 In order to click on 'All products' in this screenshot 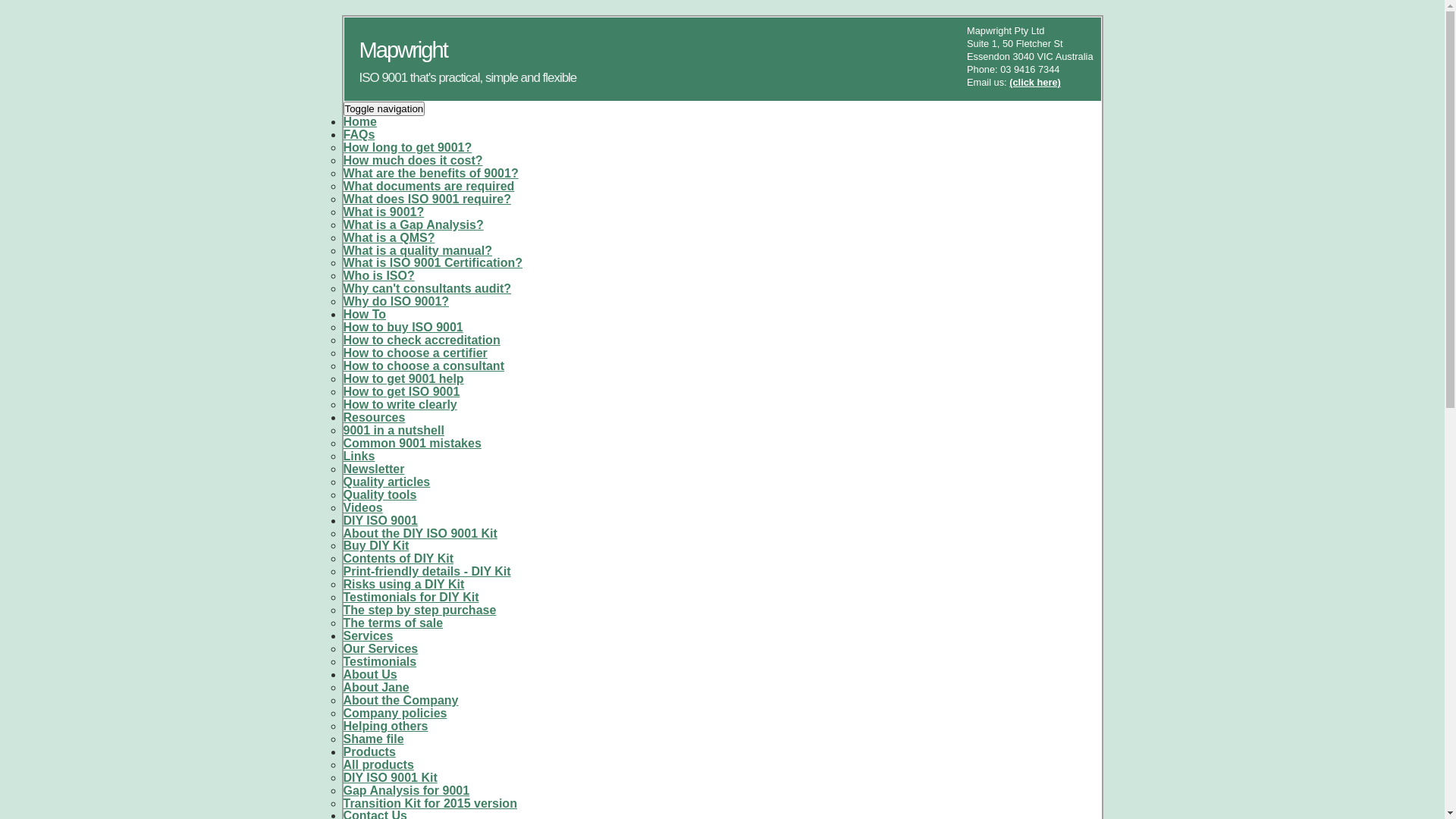, I will do `click(378, 764)`.